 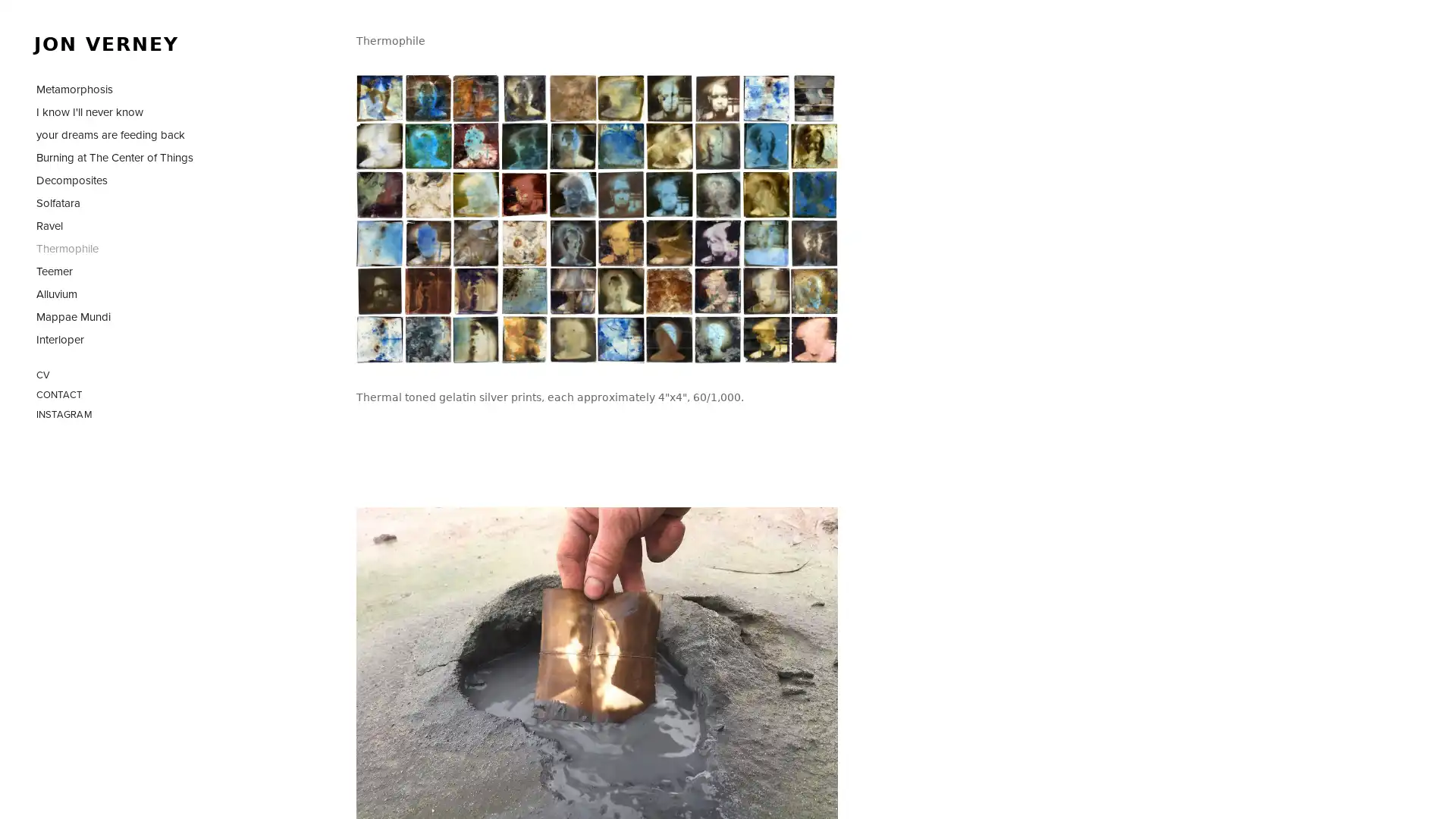 What do you see at coordinates (524, 242) in the screenshot?
I see `View fullsize jon_verney_thermophile_48.jpg` at bounding box center [524, 242].